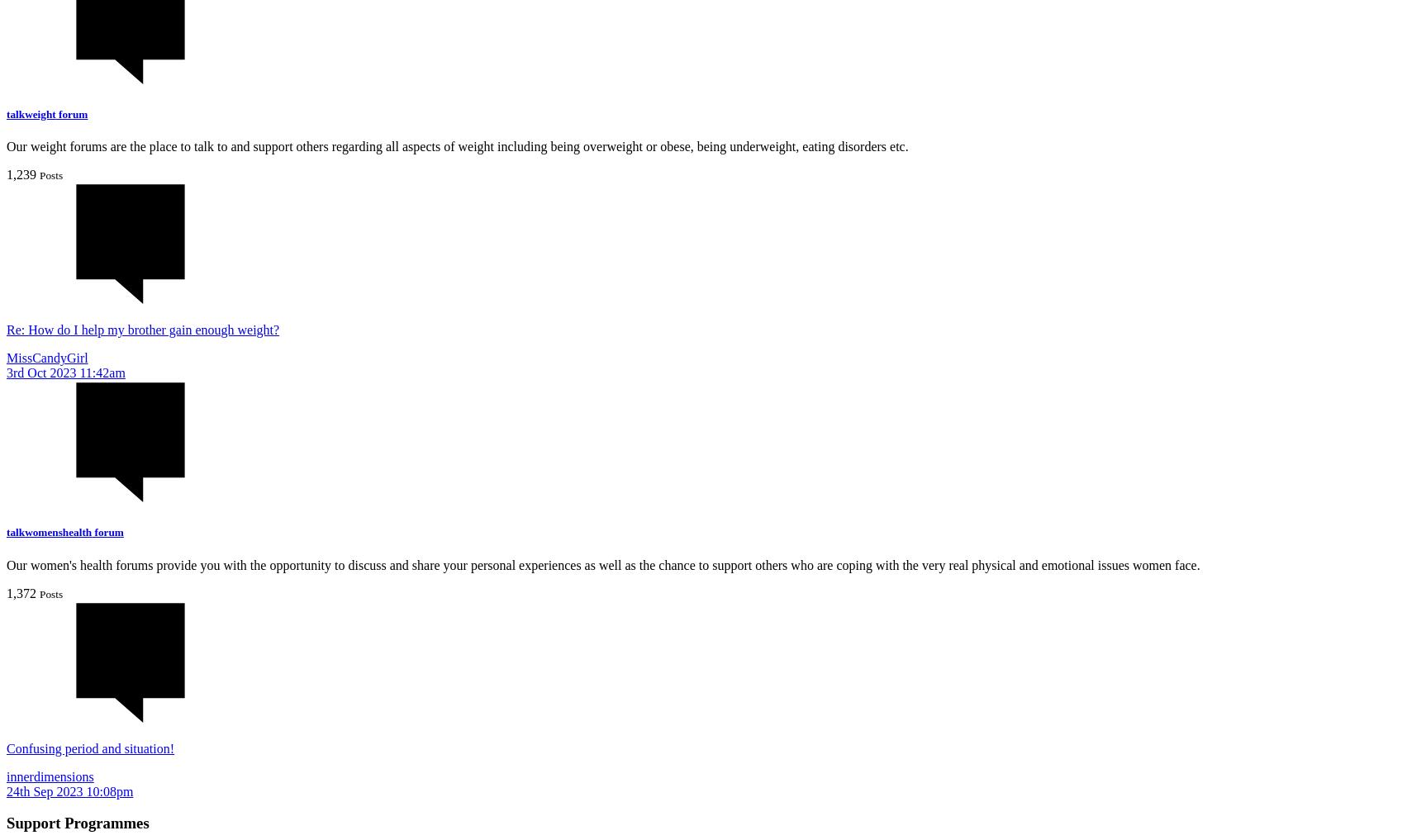 The height and width of the screenshot is (840, 1426). Describe the element at coordinates (33, 823) in the screenshot. I see `'Support'` at that location.